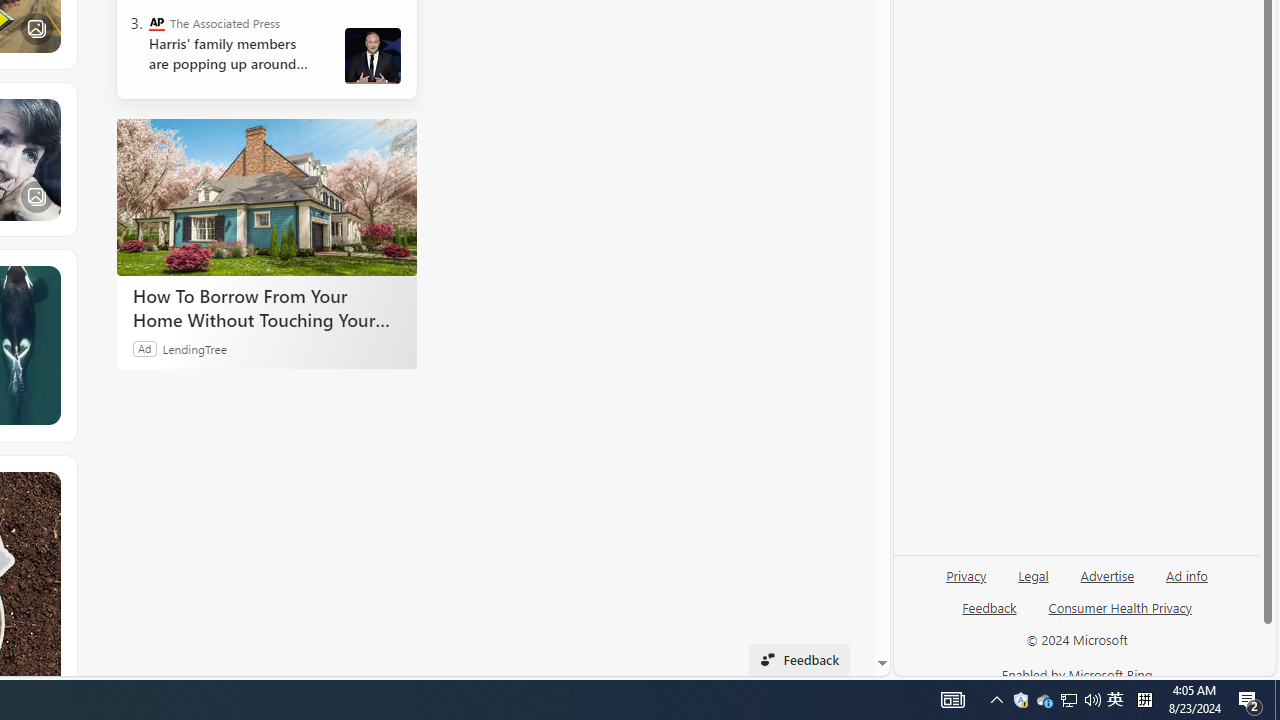 The height and width of the screenshot is (720, 1280). Describe the element at coordinates (1033, 583) in the screenshot. I see `'Legal'` at that location.